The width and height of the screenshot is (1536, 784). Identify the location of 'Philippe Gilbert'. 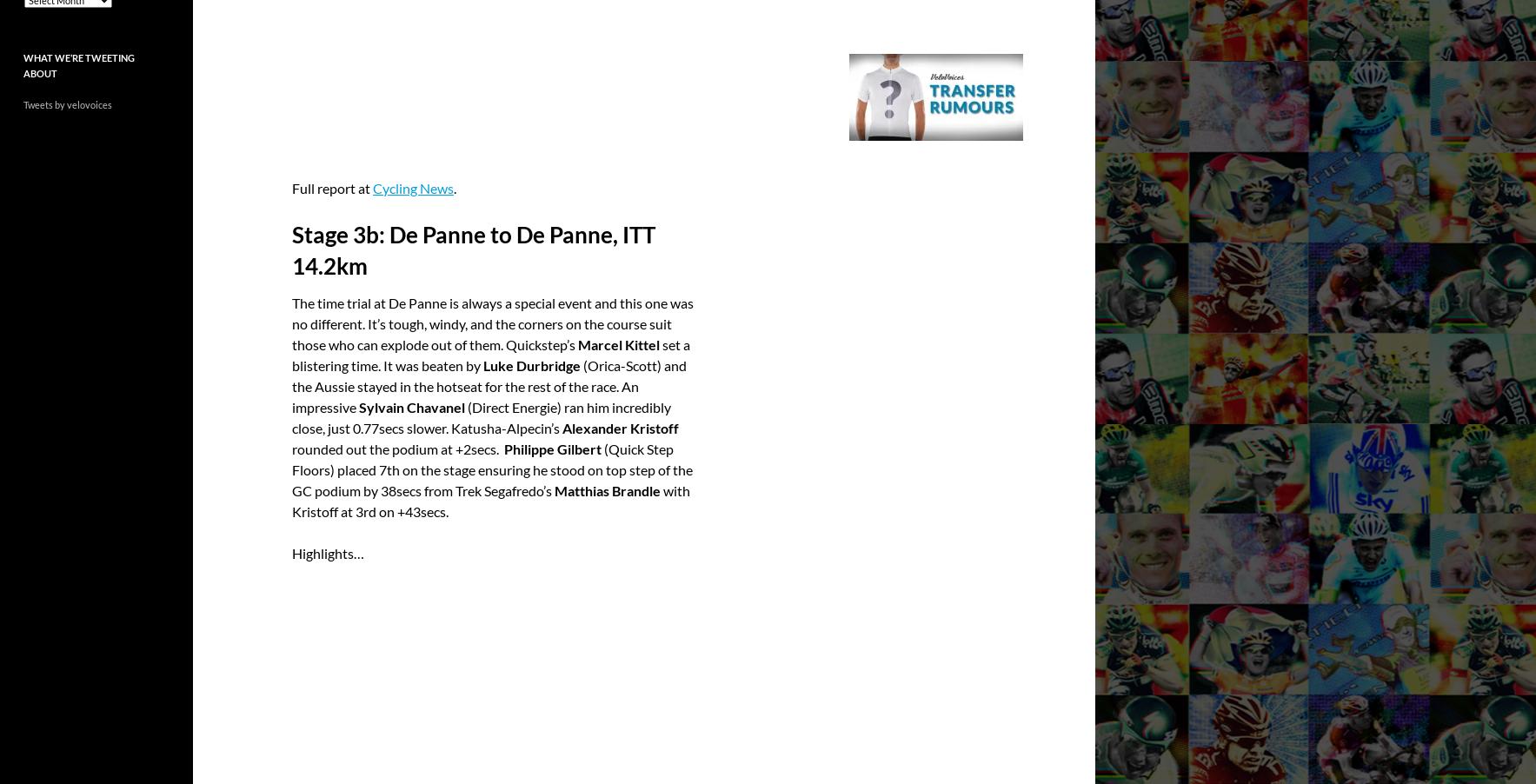
(551, 447).